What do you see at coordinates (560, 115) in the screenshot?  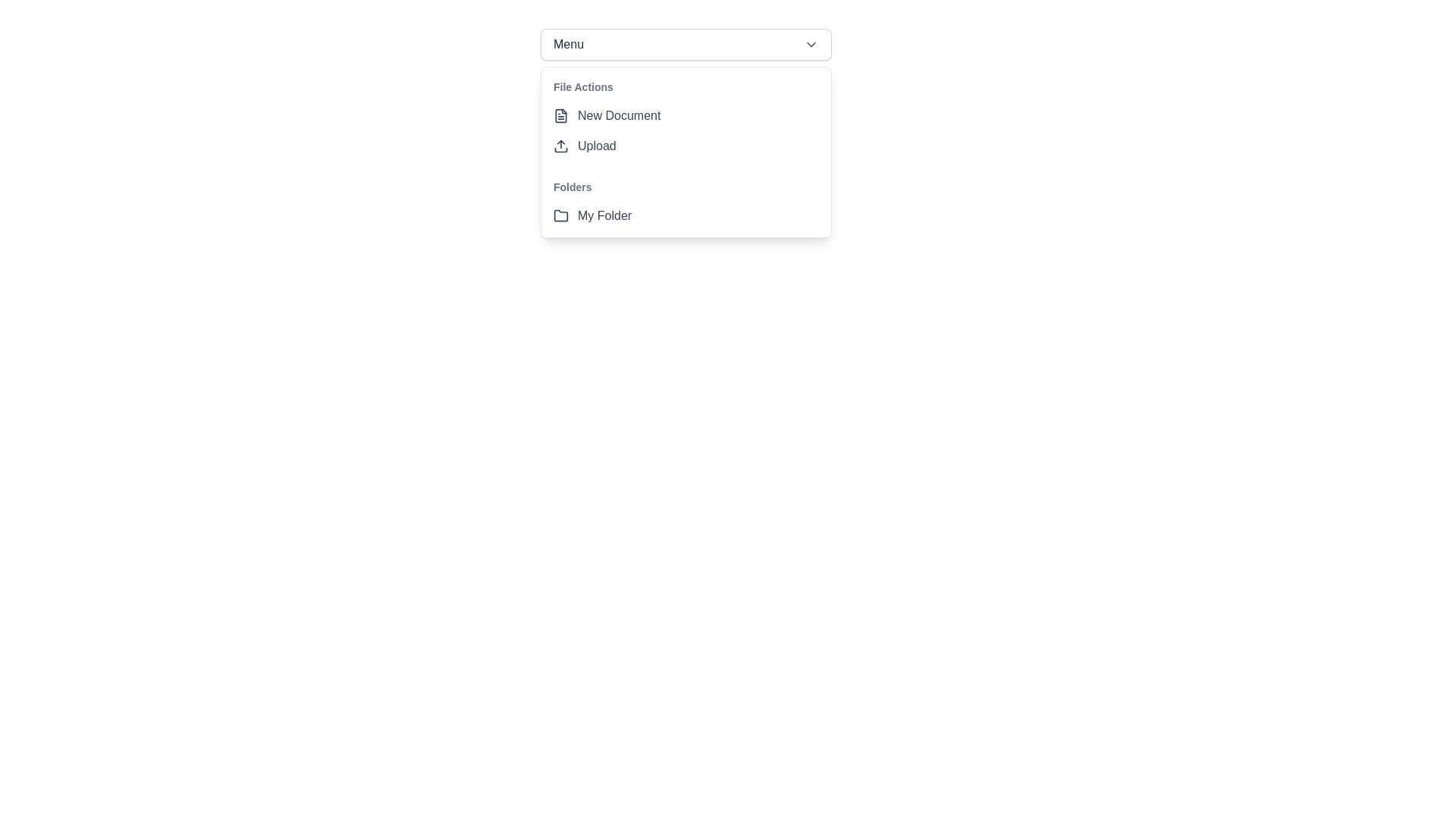 I see `the document icon located at the top-left section of the dropdown panel under the 'File Actions' heading` at bounding box center [560, 115].